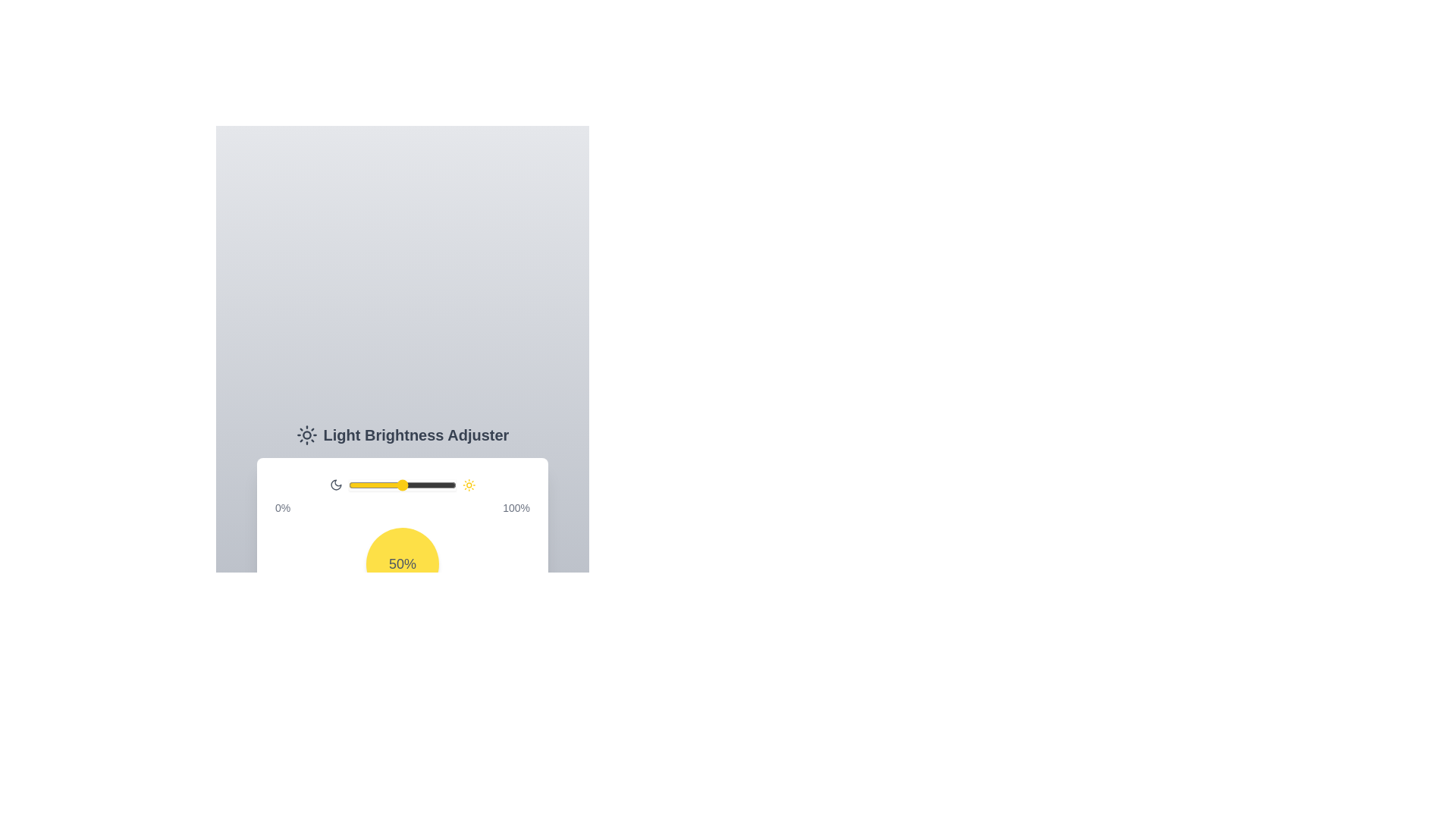 The image size is (1456, 819). What do you see at coordinates (426, 485) in the screenshot?
I see `the brightness to 73%` at bounding box center [426, 485].